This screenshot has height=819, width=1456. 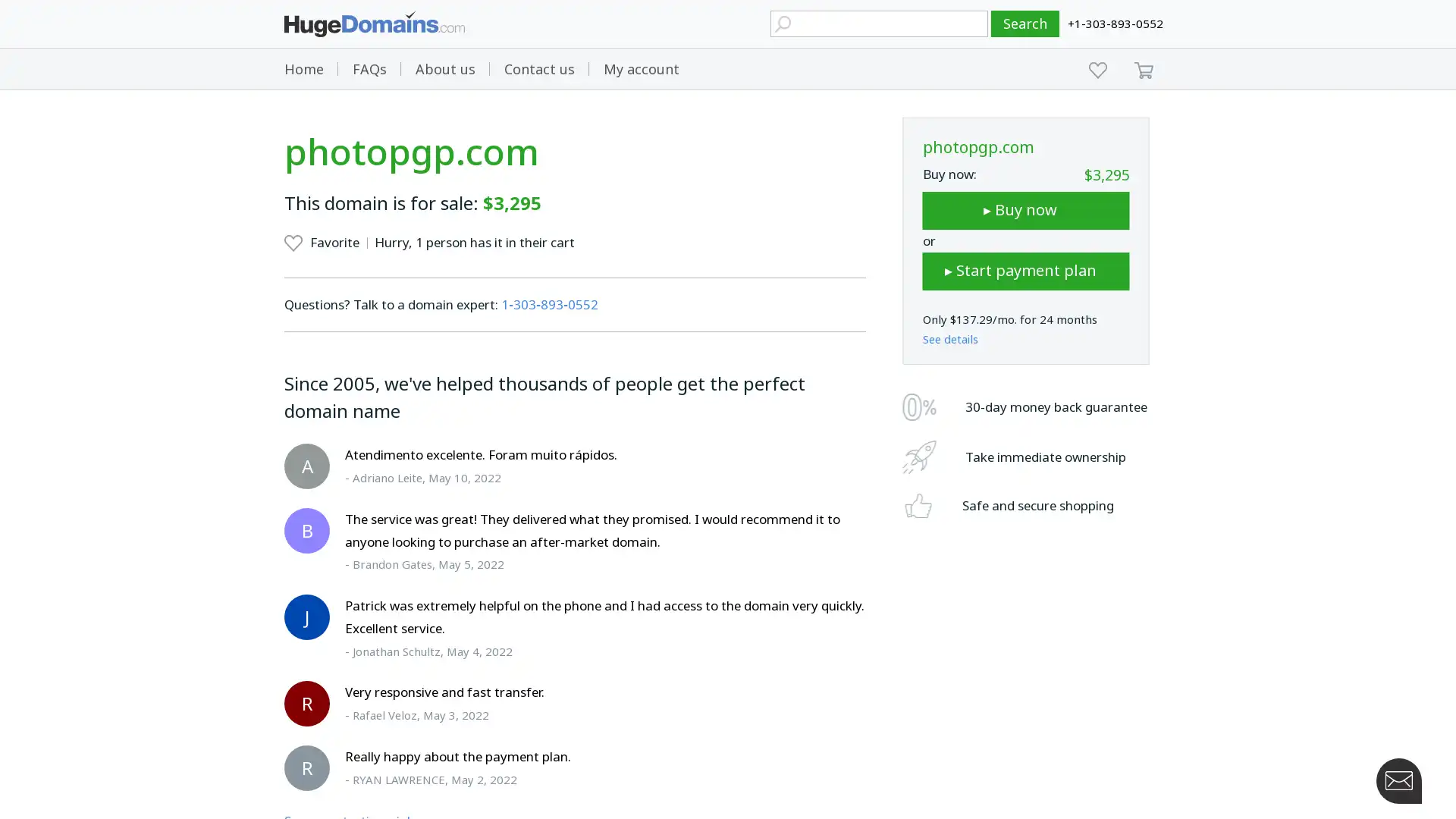 What do you see at coordinates (1025, 24) in the screenshot?
I see `Search` at bounding box center [1025, 24].